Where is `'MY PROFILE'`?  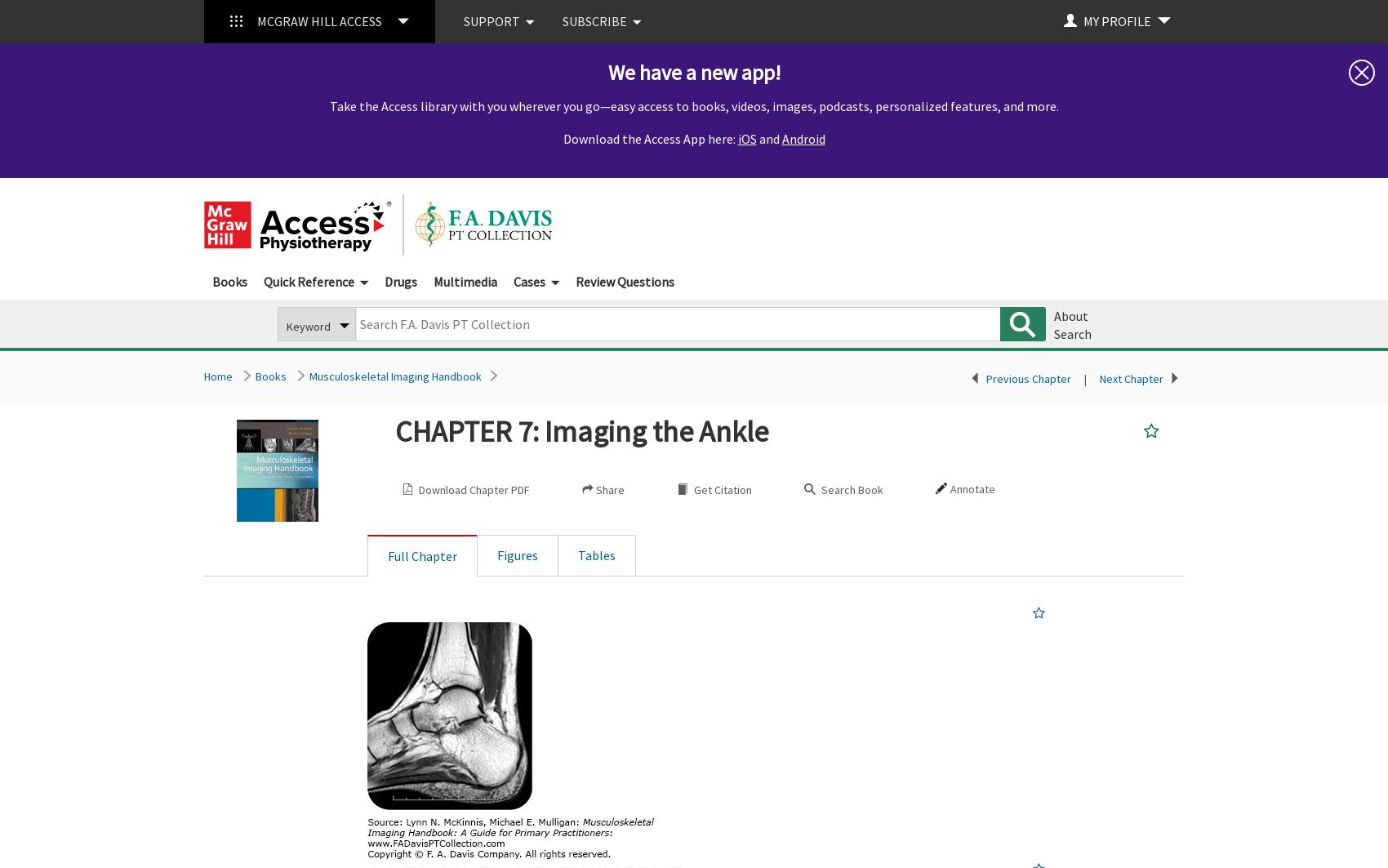
'MY PROFILE' is located at coordinates (1117, 21).